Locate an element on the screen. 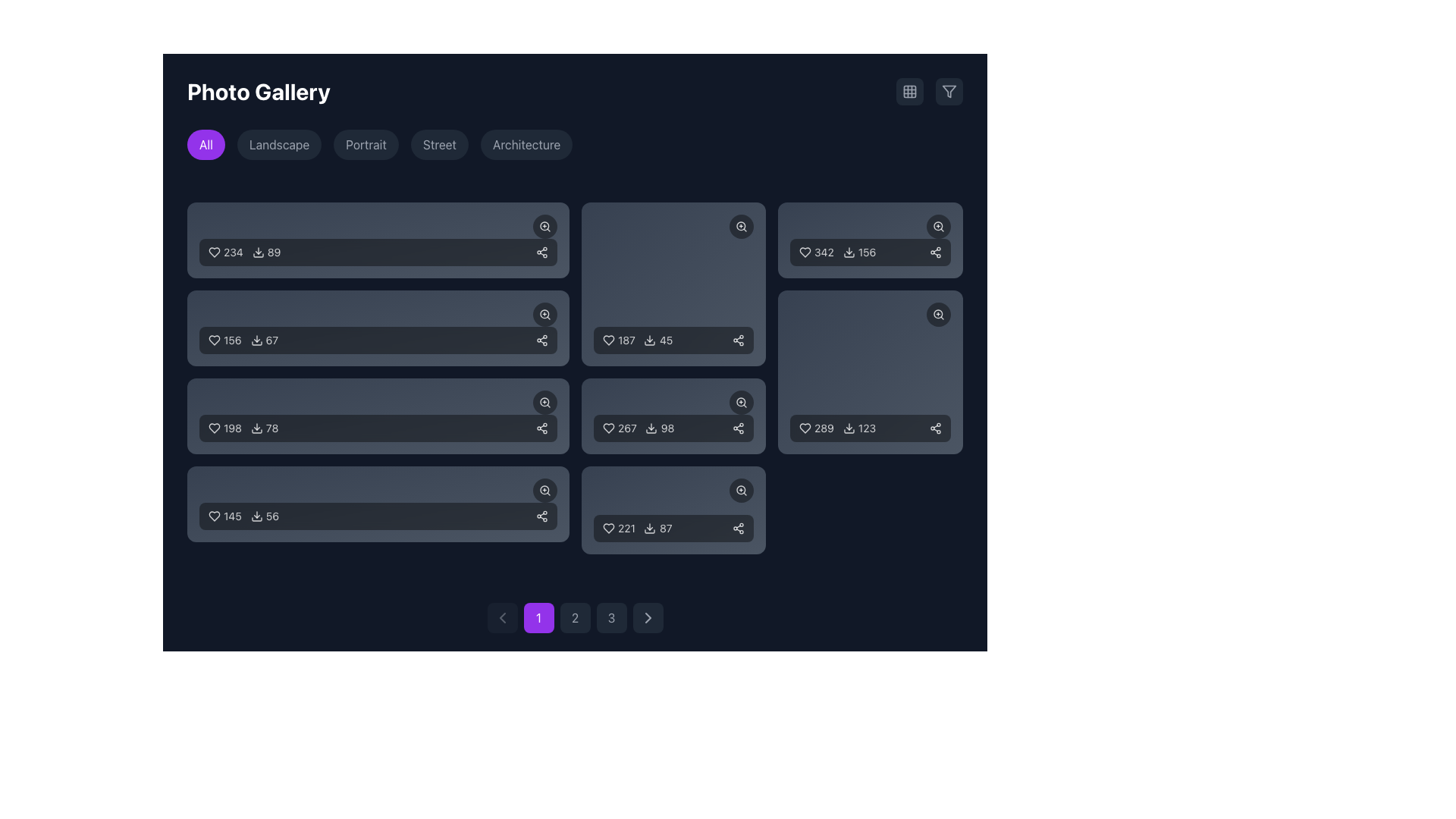 The image size is (1456, 819). the filter button located in the top-right corner of the interface is located at coordinates (949, 91).